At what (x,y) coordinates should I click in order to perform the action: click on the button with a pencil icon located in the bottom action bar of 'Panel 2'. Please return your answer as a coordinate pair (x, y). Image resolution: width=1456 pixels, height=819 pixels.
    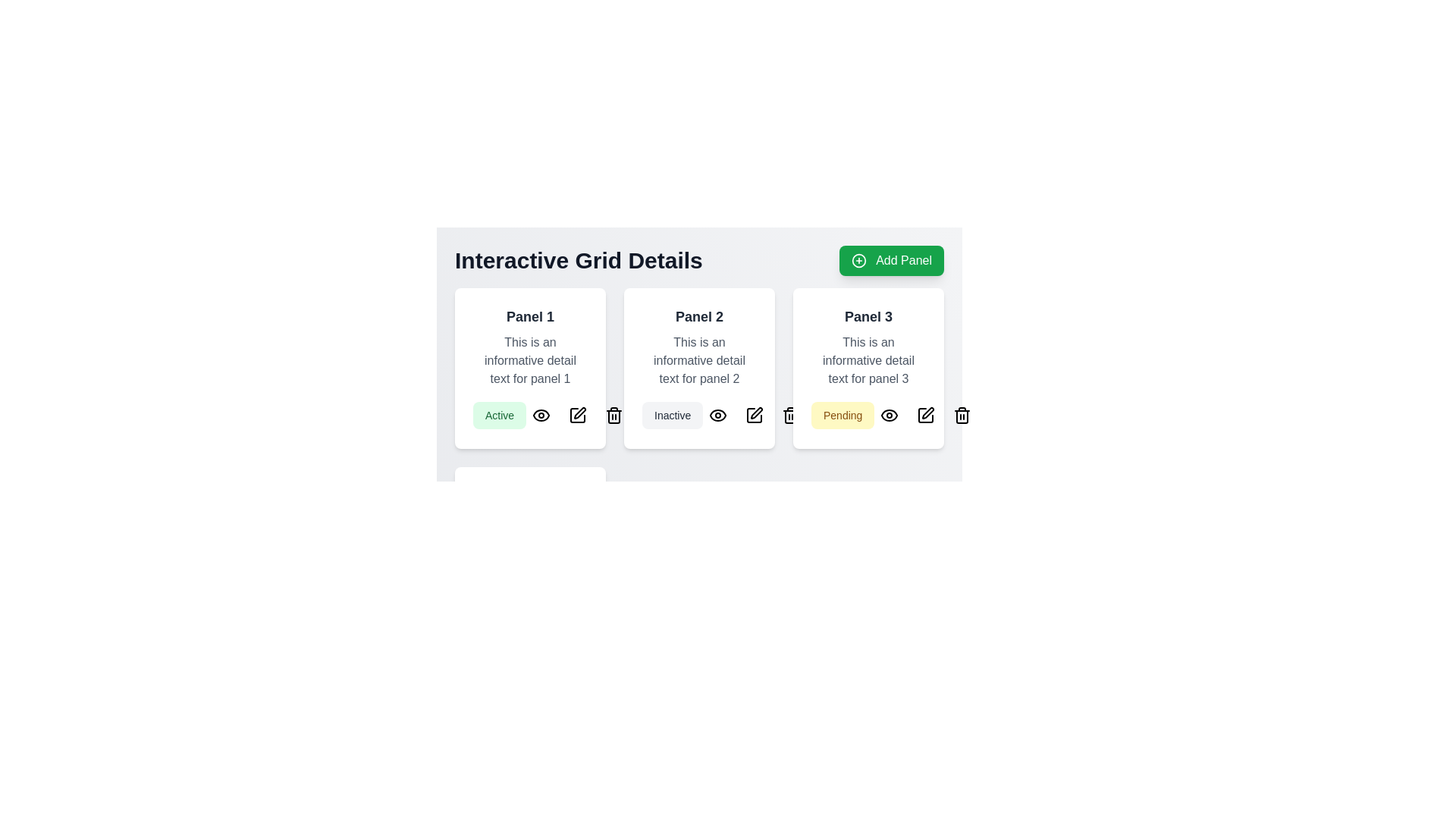
    Looking at the image, I should click on (755, 415).